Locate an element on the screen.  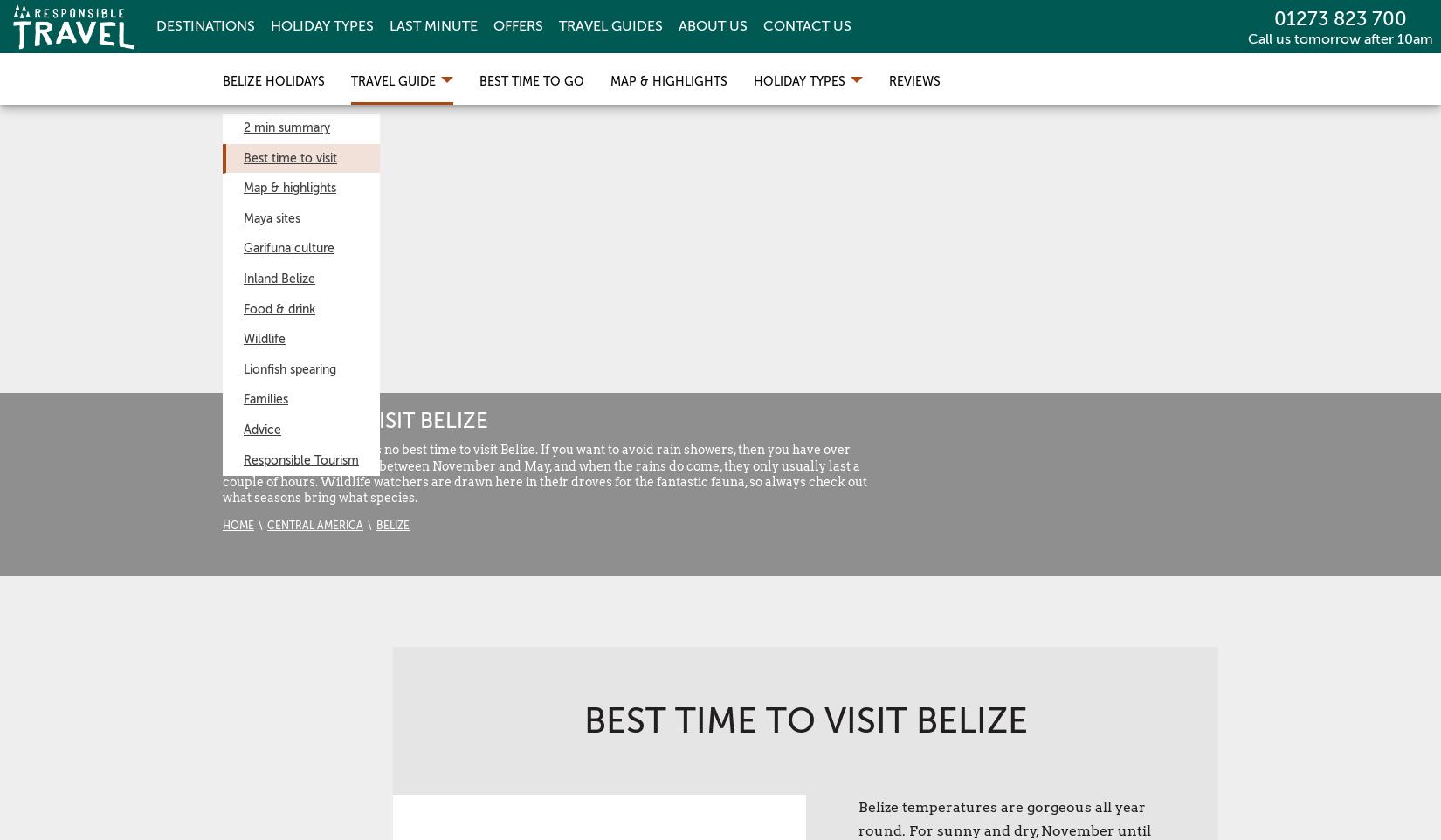
'Belize' is located at coordinates (391, 525).